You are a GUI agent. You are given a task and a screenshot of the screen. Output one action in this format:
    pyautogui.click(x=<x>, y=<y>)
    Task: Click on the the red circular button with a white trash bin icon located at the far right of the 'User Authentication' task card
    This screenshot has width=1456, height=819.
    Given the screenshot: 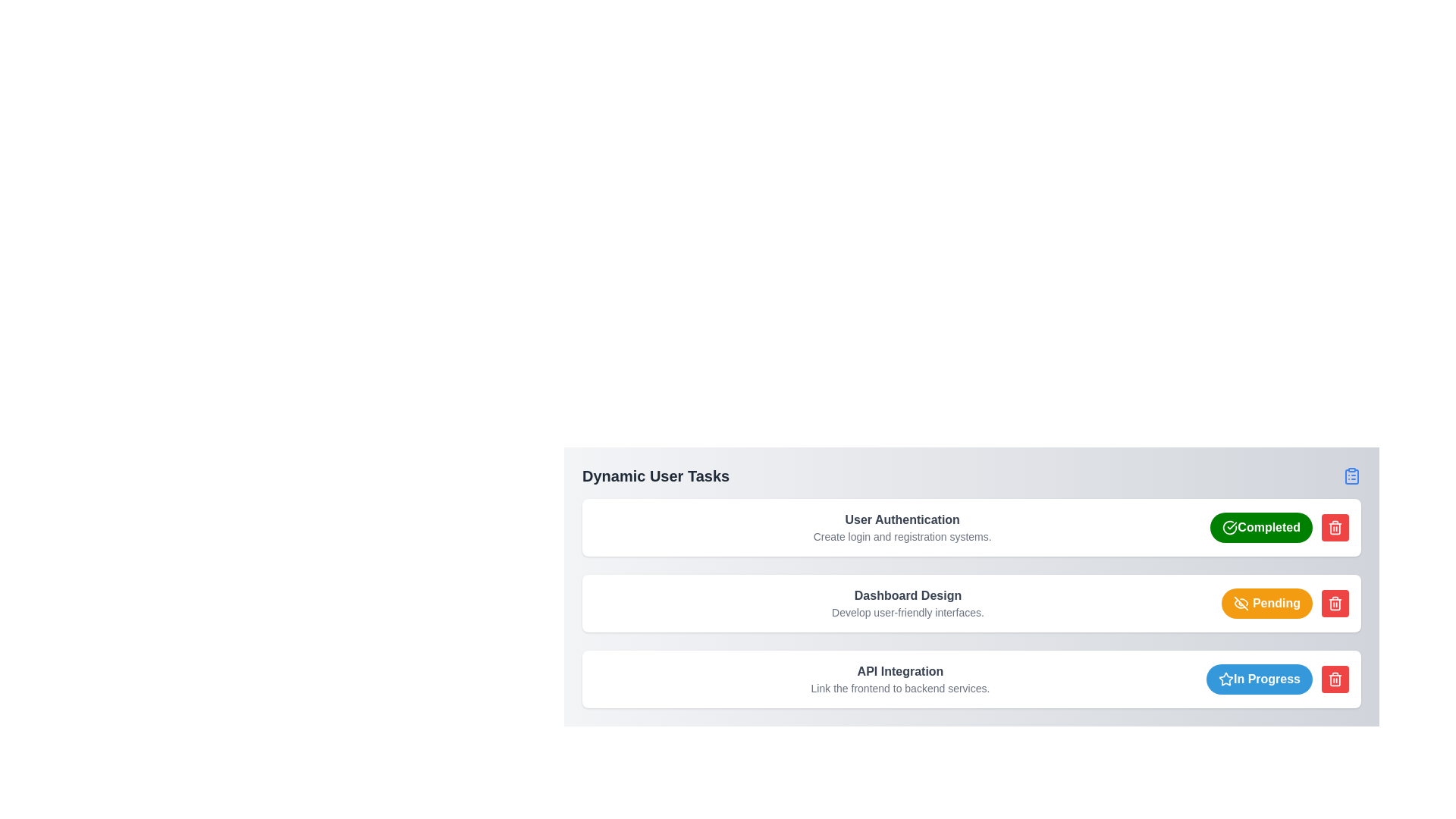 What is the action you would take?
    pyautogui.click(x=1335, y=526)
    